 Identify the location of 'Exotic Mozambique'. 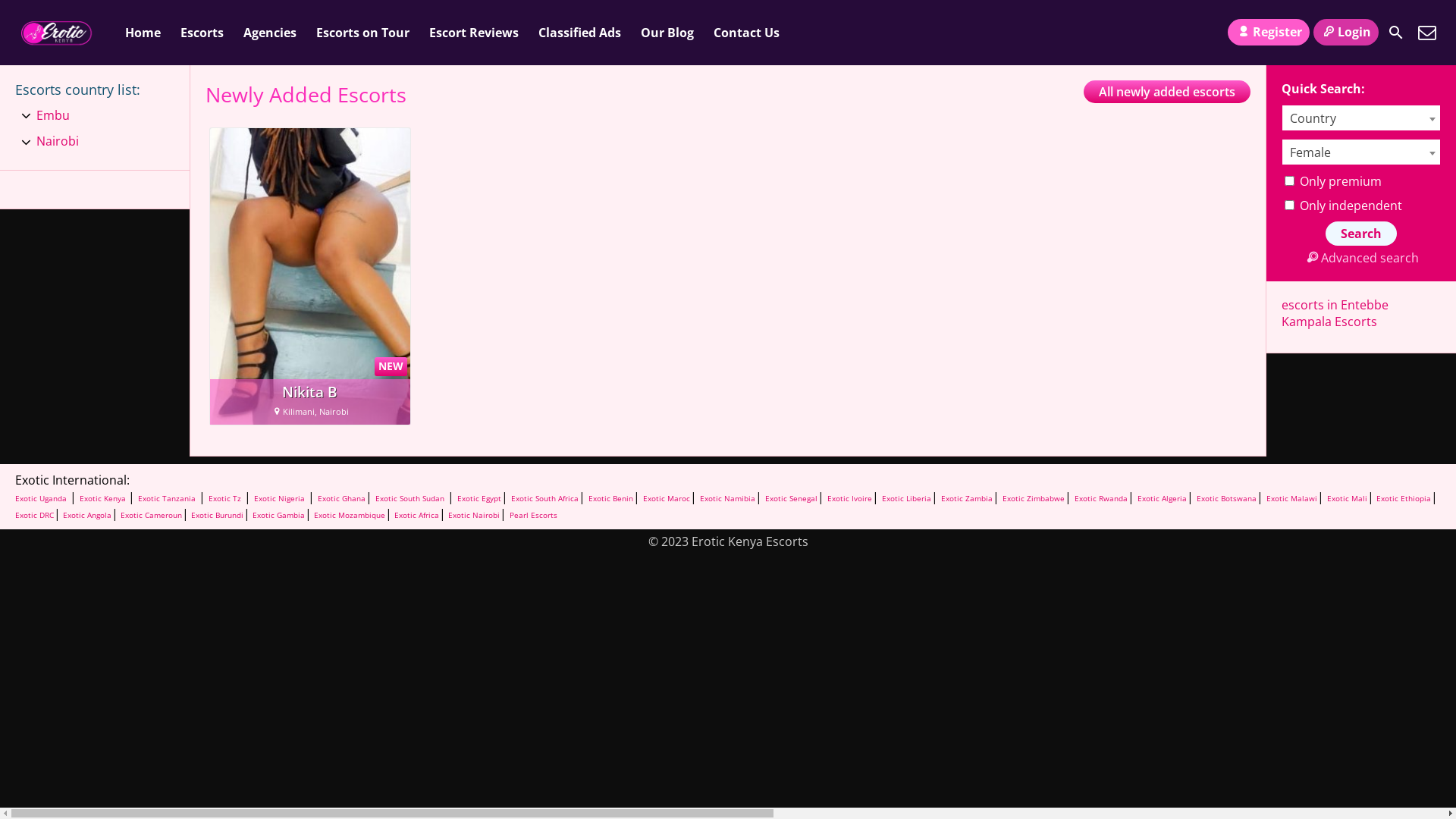
(347, 513).